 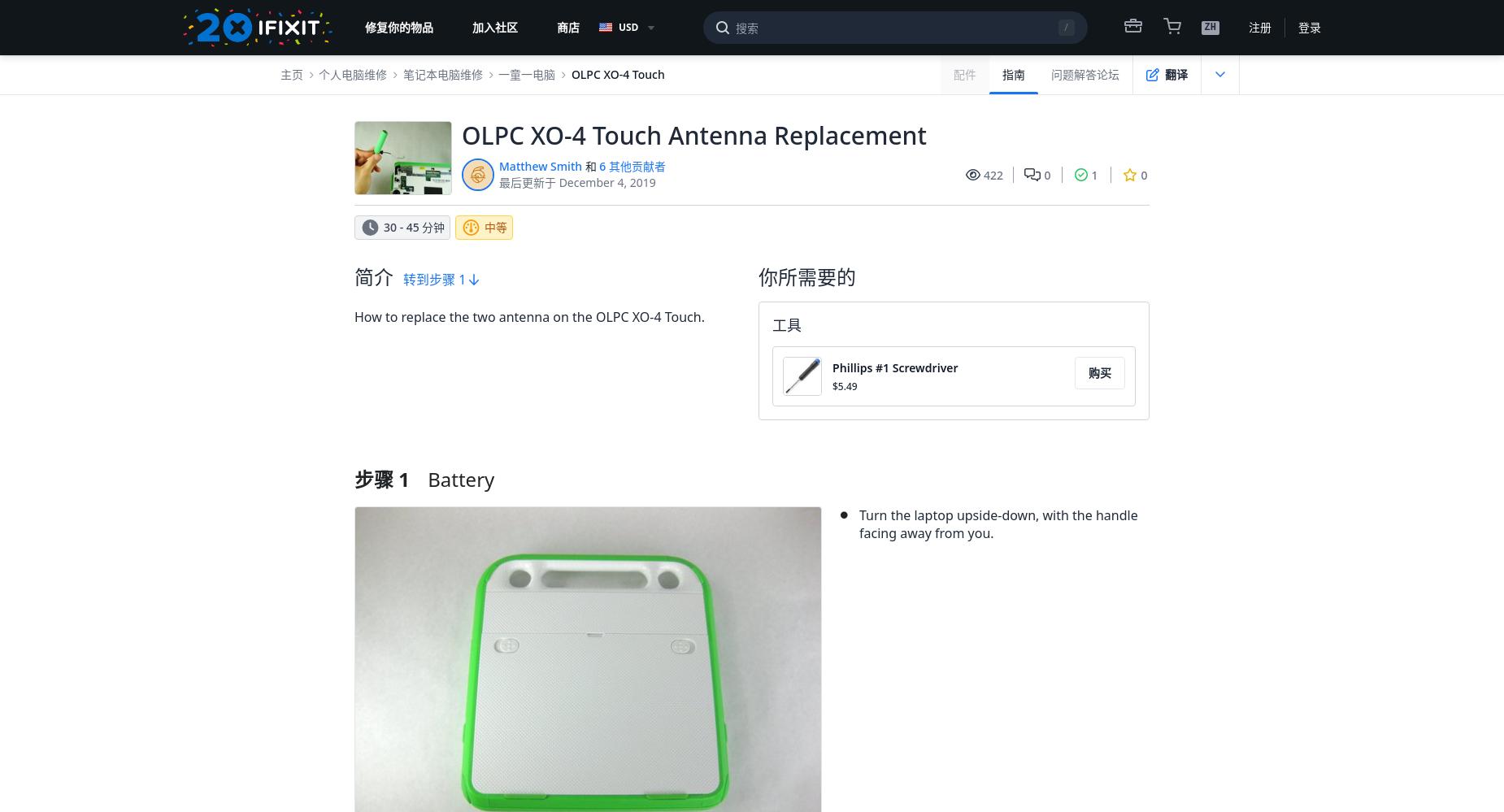 What do you see at coordinates (541, 165) in the screenshot?
I see `'Matthew Smith'` at bounding box center [541, 165].